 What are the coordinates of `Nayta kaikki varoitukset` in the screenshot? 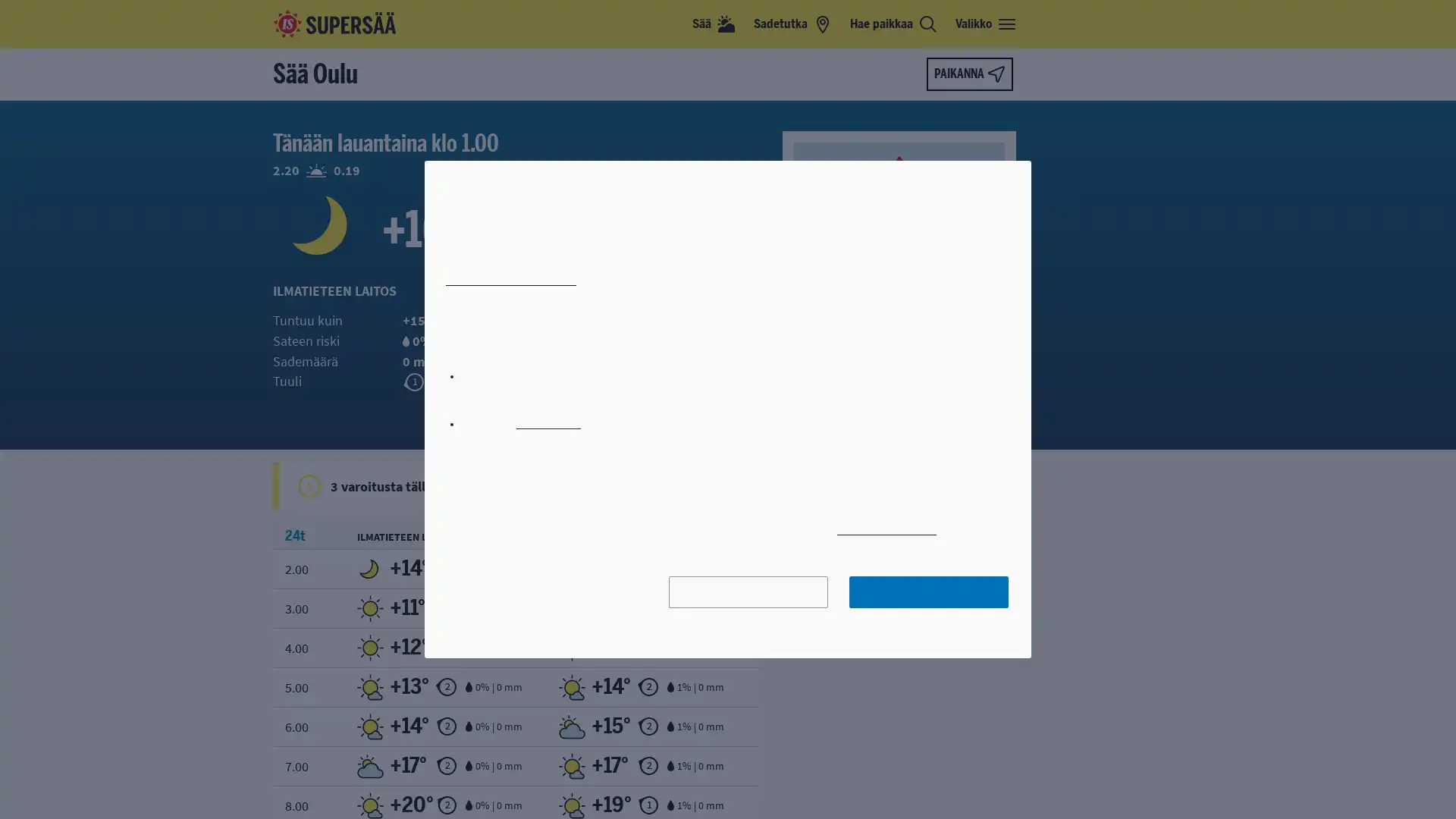 It's located at (739, 485).